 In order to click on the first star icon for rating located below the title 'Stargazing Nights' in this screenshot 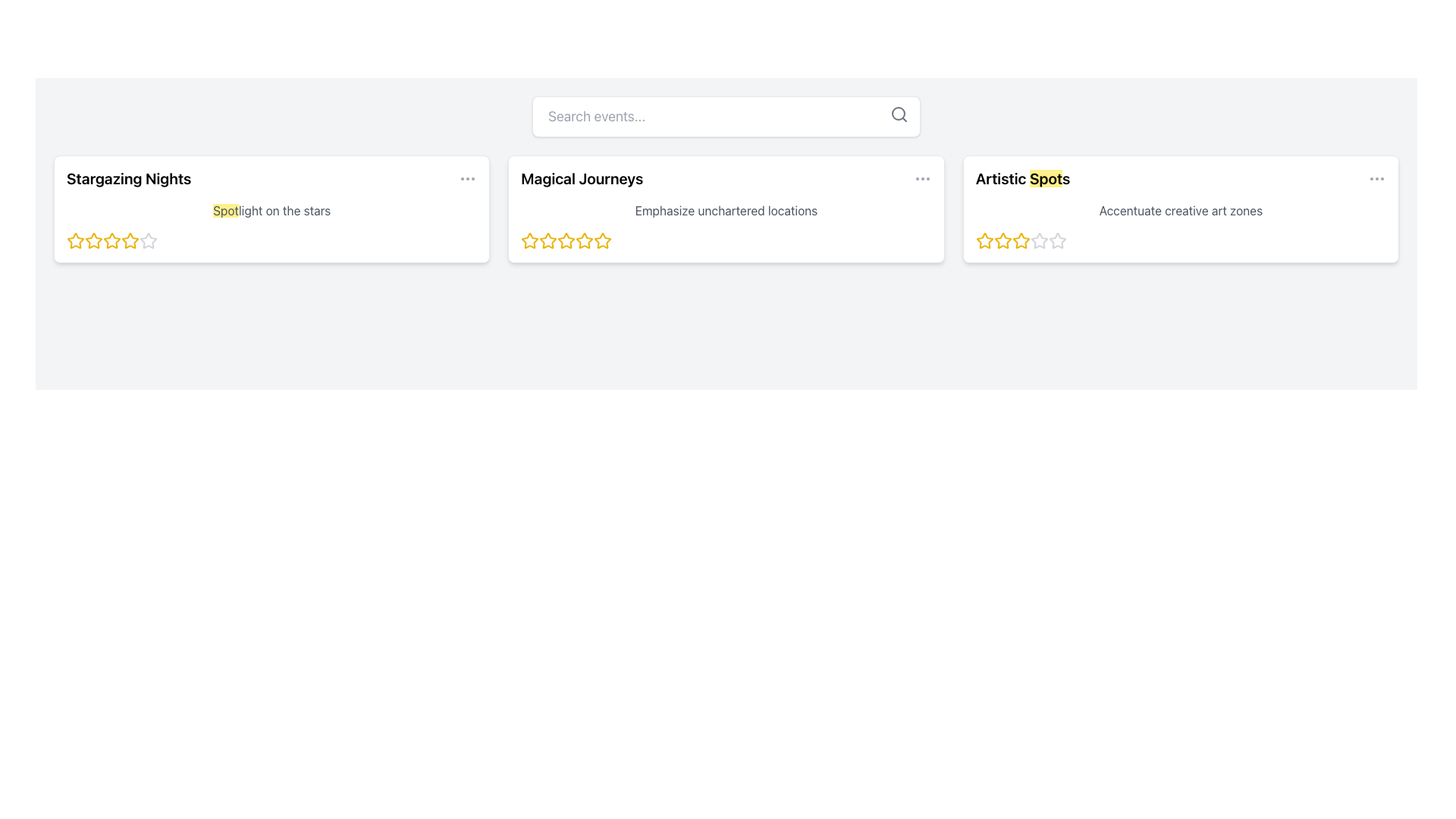, I will do `click(93, 240)`.